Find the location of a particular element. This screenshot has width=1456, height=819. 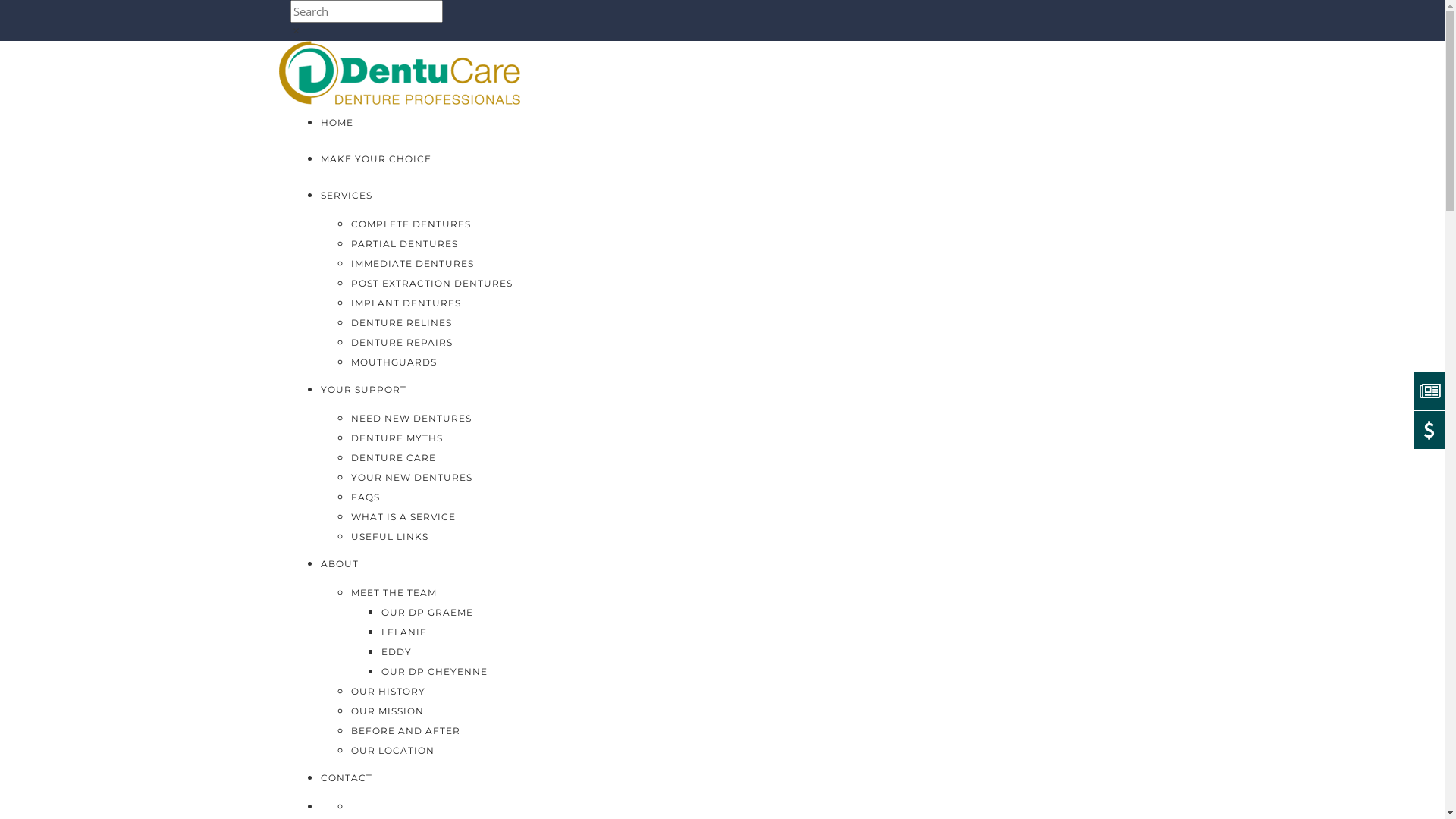

'CONTACT' is located at coordinates (345, 777).